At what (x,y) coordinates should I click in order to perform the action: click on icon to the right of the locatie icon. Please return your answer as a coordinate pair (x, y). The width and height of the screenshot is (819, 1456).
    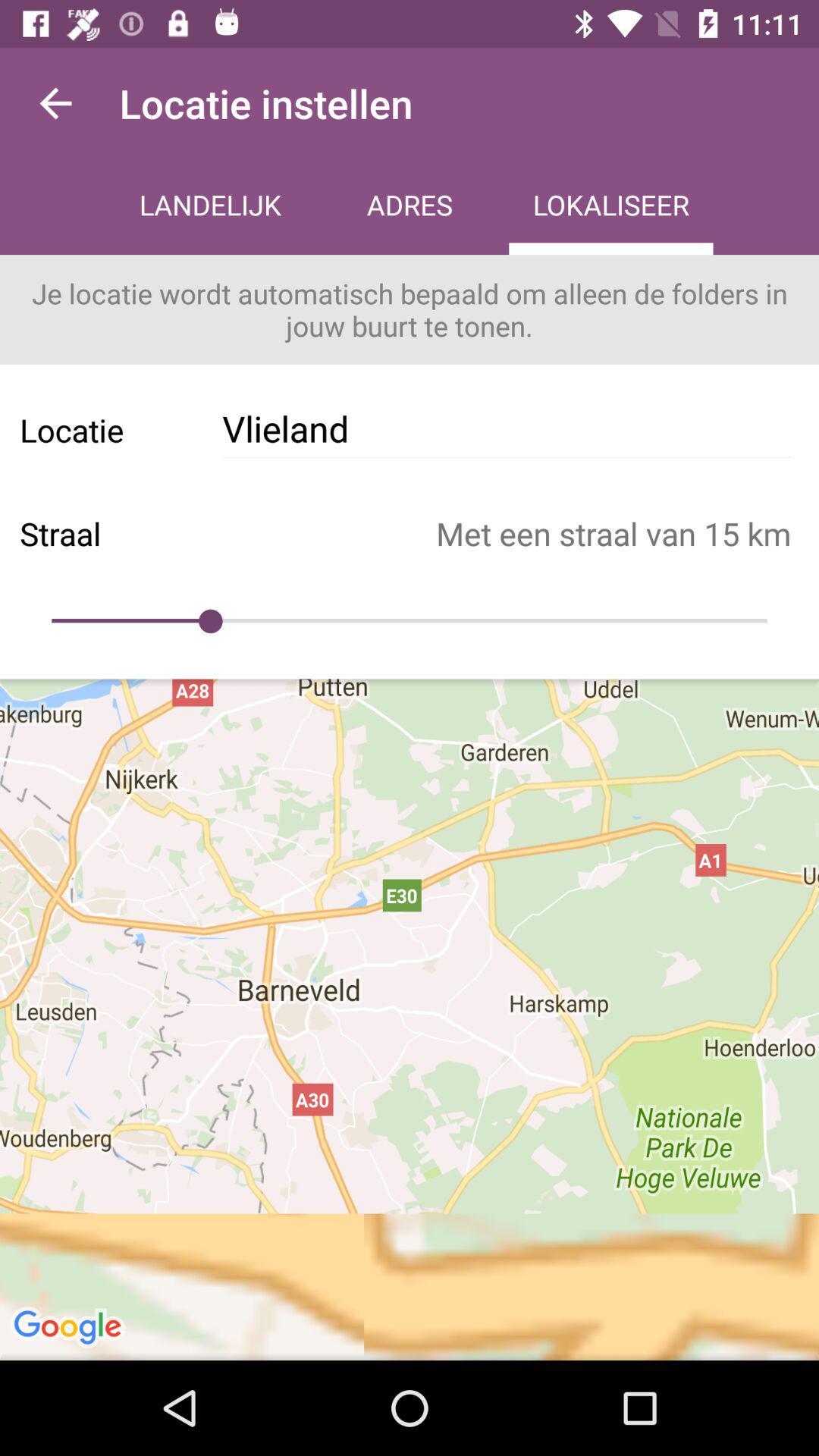
    Looking at the image, I should click on (507, 428).